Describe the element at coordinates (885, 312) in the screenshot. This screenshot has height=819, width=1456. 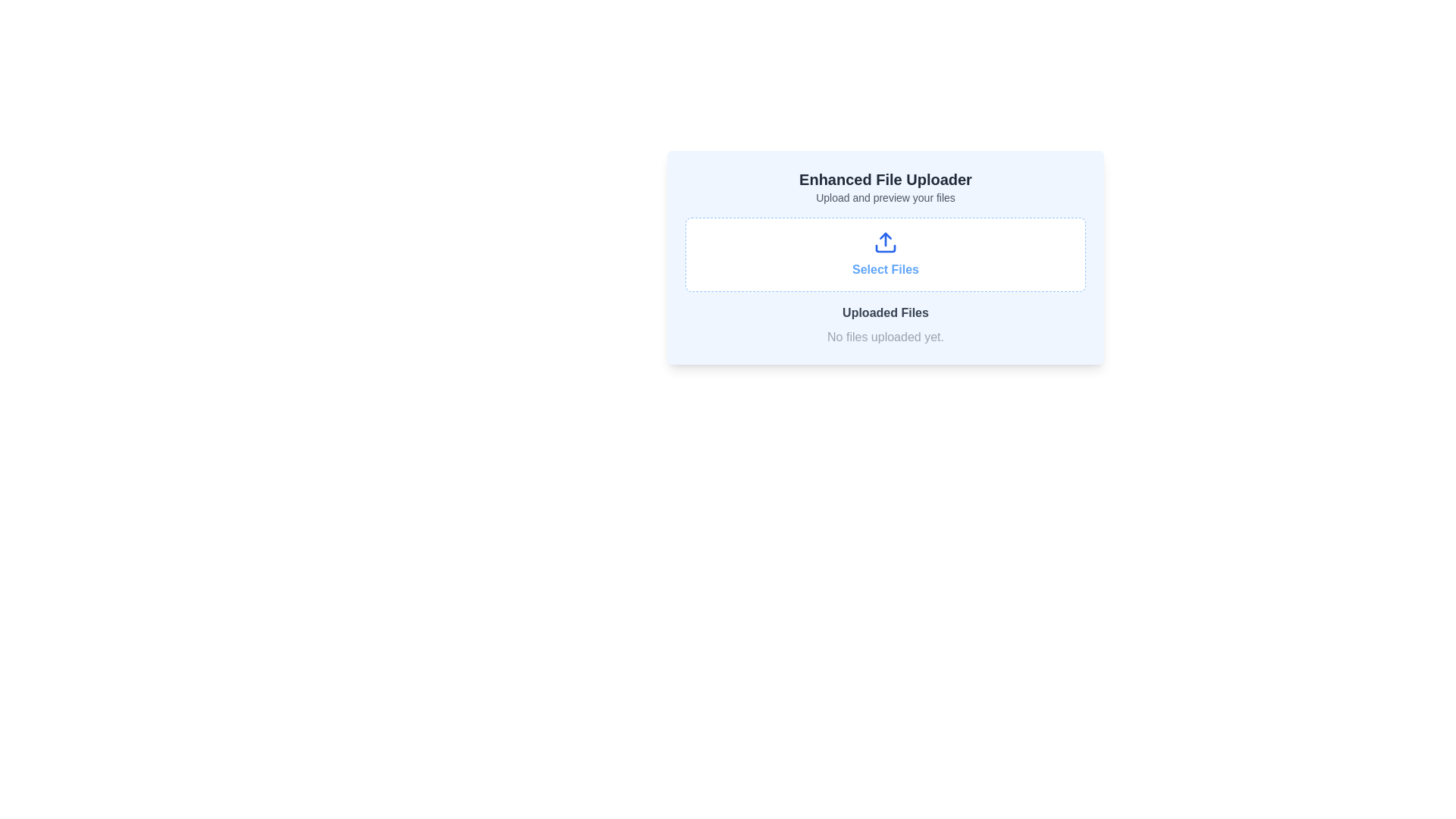
I see `the 'Uploaded Files' text label, which is styled with a medium font size and bold weight in charcoal-gray color, located centrally below the upload section and above the 'No files uploaded yet.' message` at that location.